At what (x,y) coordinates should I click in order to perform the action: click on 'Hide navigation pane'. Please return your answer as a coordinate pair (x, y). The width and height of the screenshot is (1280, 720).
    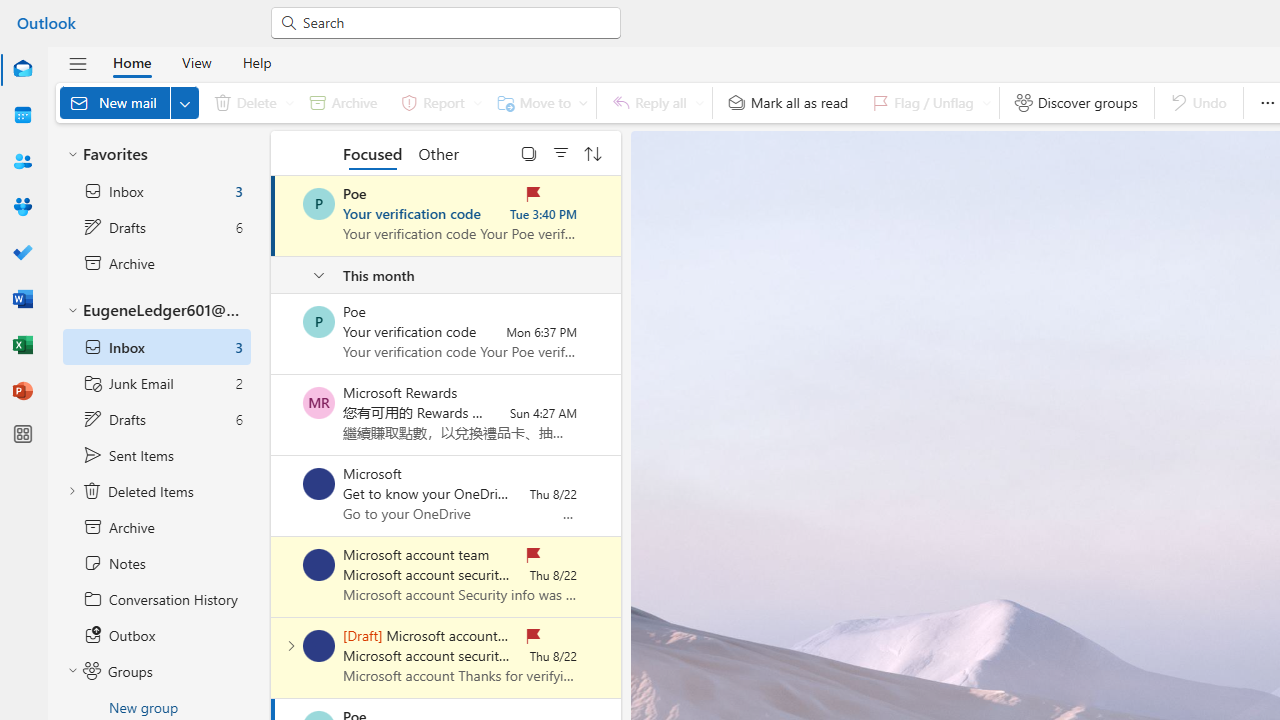
    Looking at the image, I should click on (78, 62).